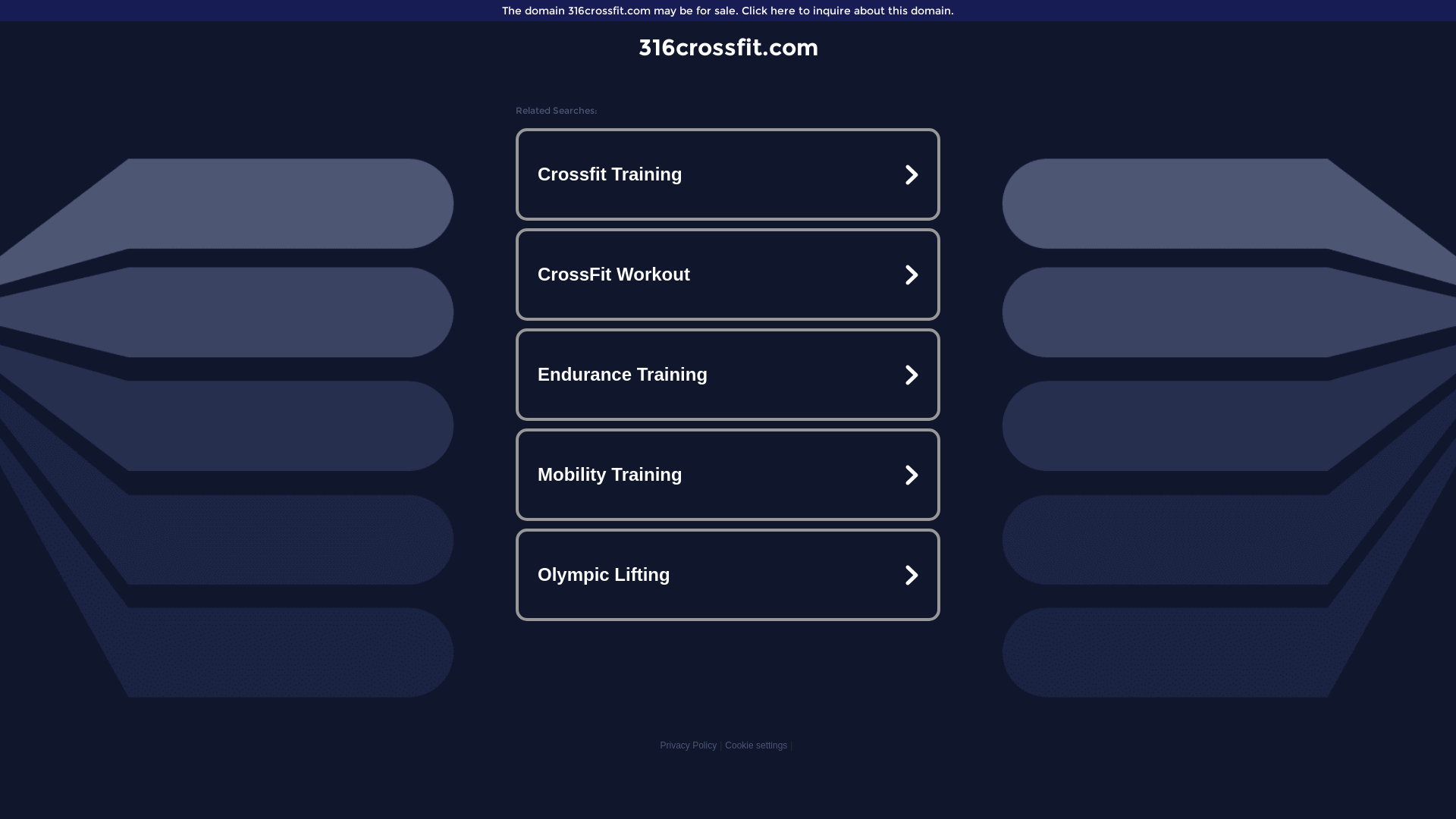  I want to click on 'Cookie settings', so click(756, 745).